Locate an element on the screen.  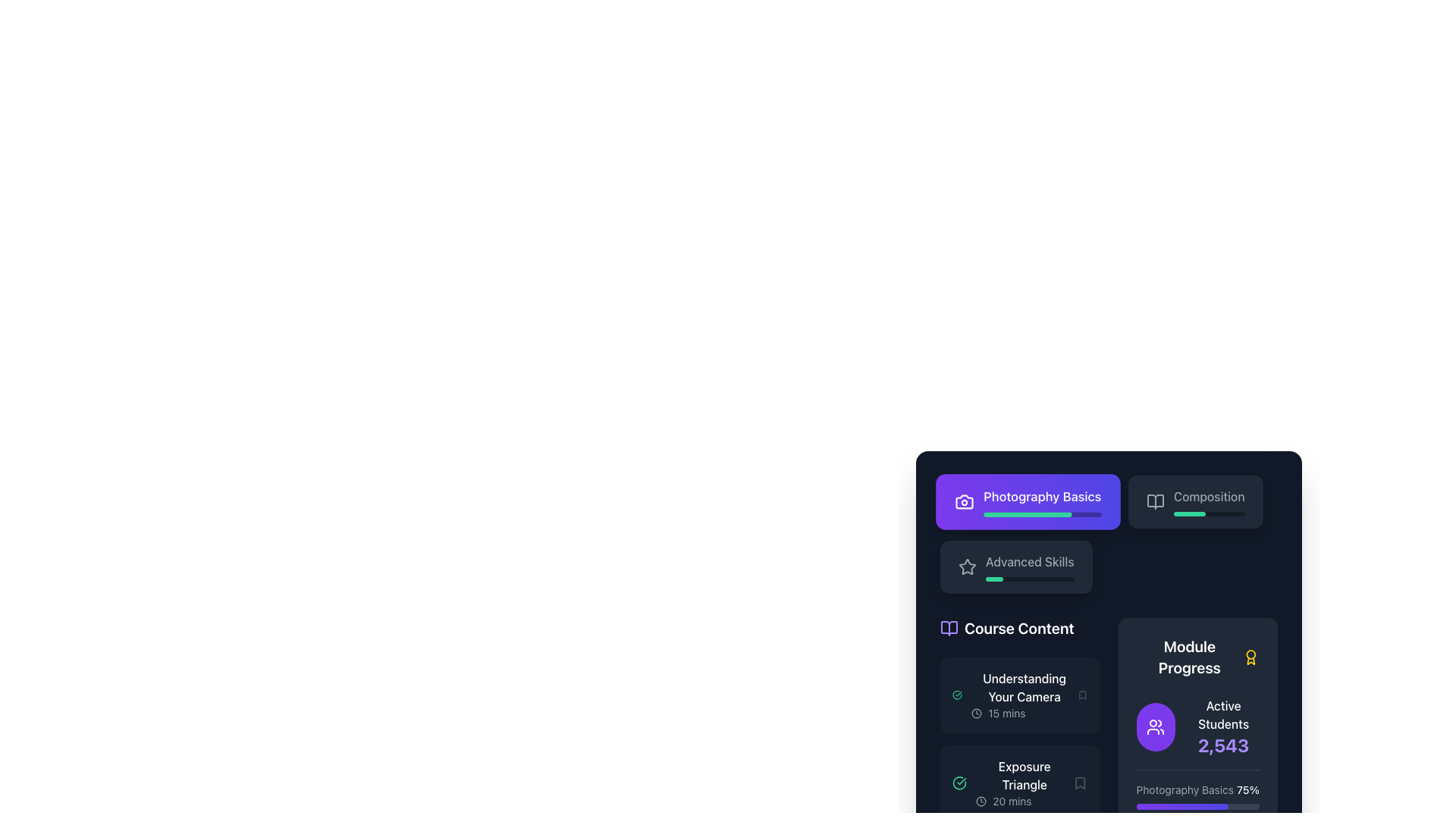
the Heading or Label that indicates the course content, located in the upper-middle section just beneath the 'Advanced Skills' section is located at coordinates (1020, 629).